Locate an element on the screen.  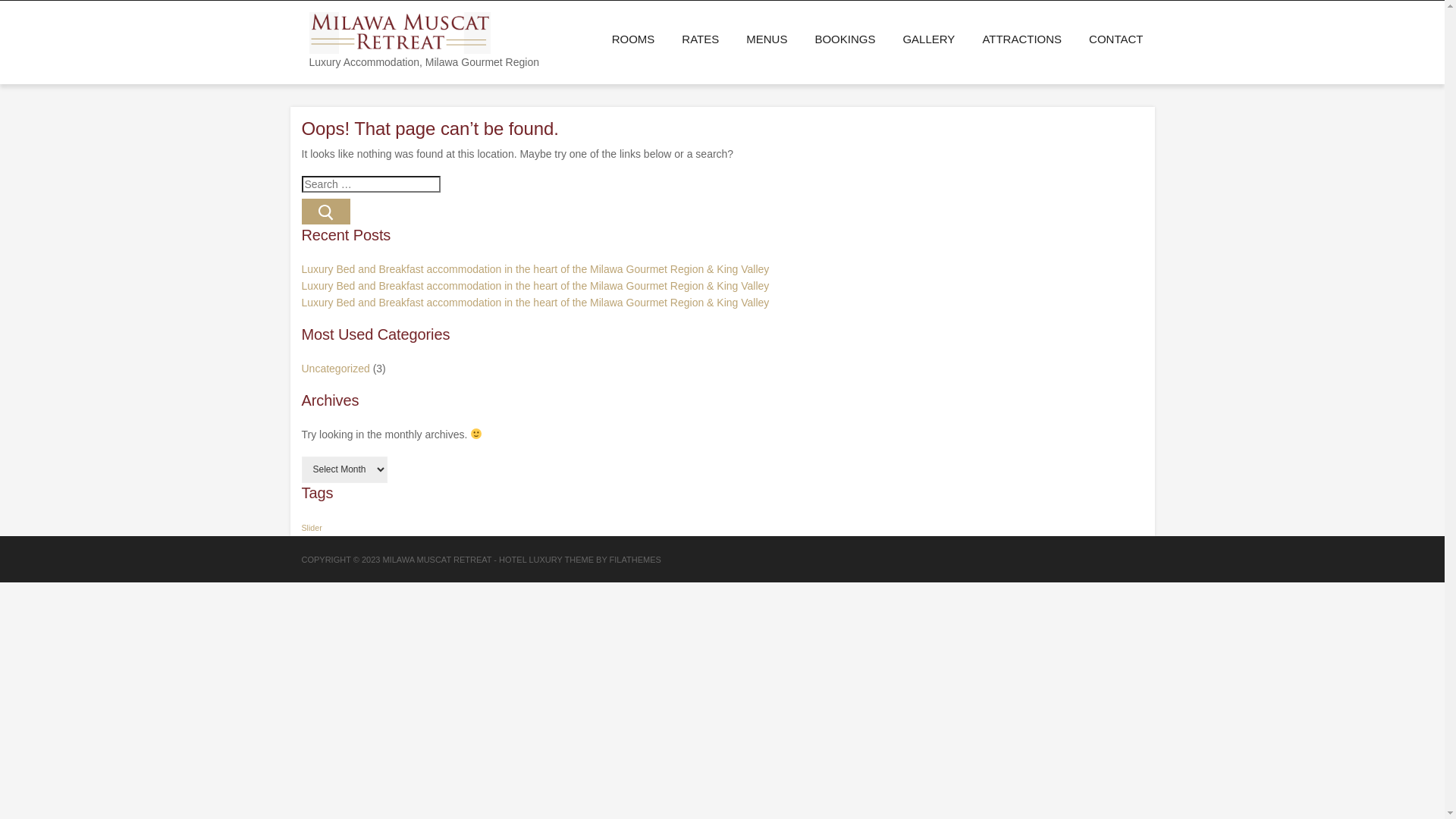
'HOTEL LUXURY' is located at coordinates (498, 559).